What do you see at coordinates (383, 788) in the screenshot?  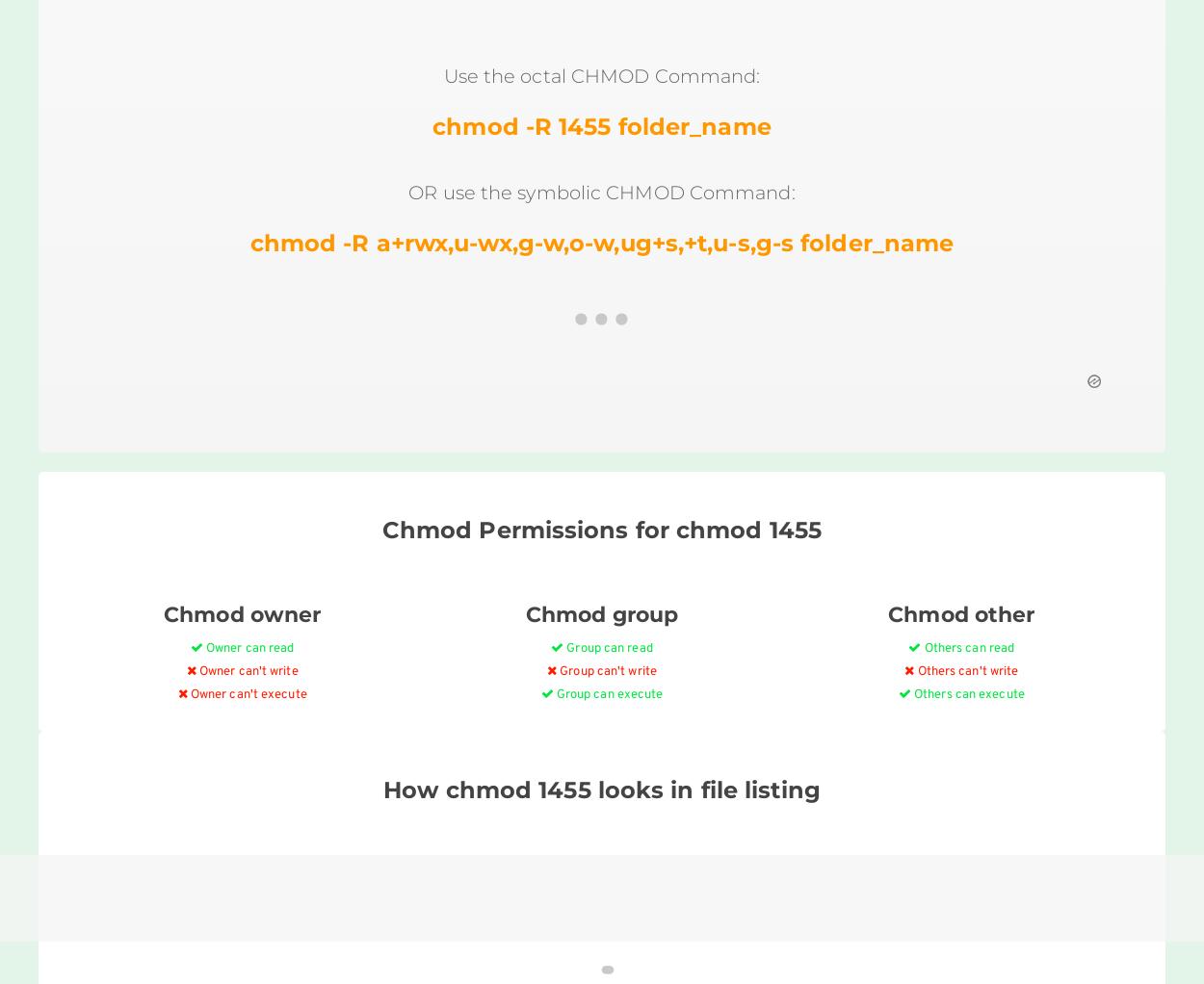 I see `'How chmod'` at bounding box center [383, 788].